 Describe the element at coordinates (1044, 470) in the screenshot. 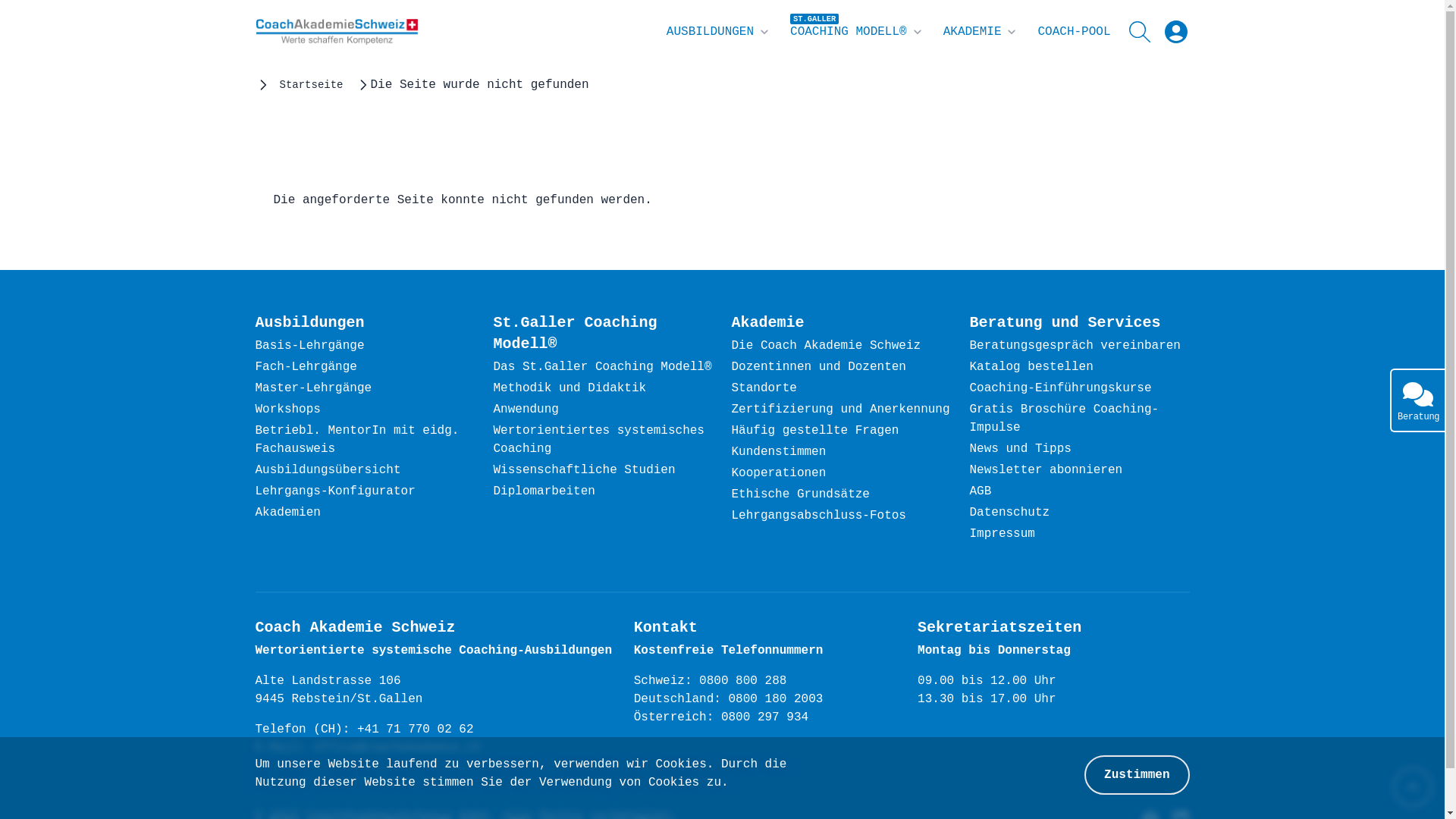

I see `'Newsletter abonnieren'` at that location.